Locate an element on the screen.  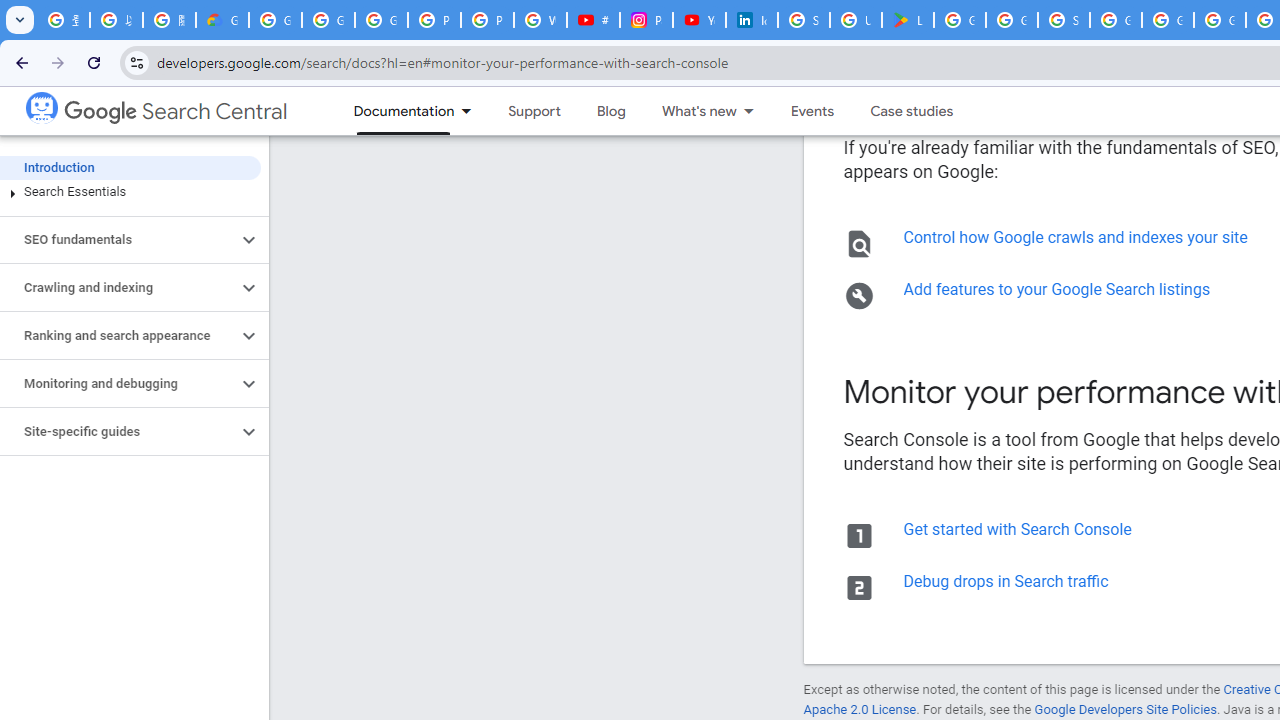
'Control how Google crawls and indexes your site' is located at coordinates (1074, 236).